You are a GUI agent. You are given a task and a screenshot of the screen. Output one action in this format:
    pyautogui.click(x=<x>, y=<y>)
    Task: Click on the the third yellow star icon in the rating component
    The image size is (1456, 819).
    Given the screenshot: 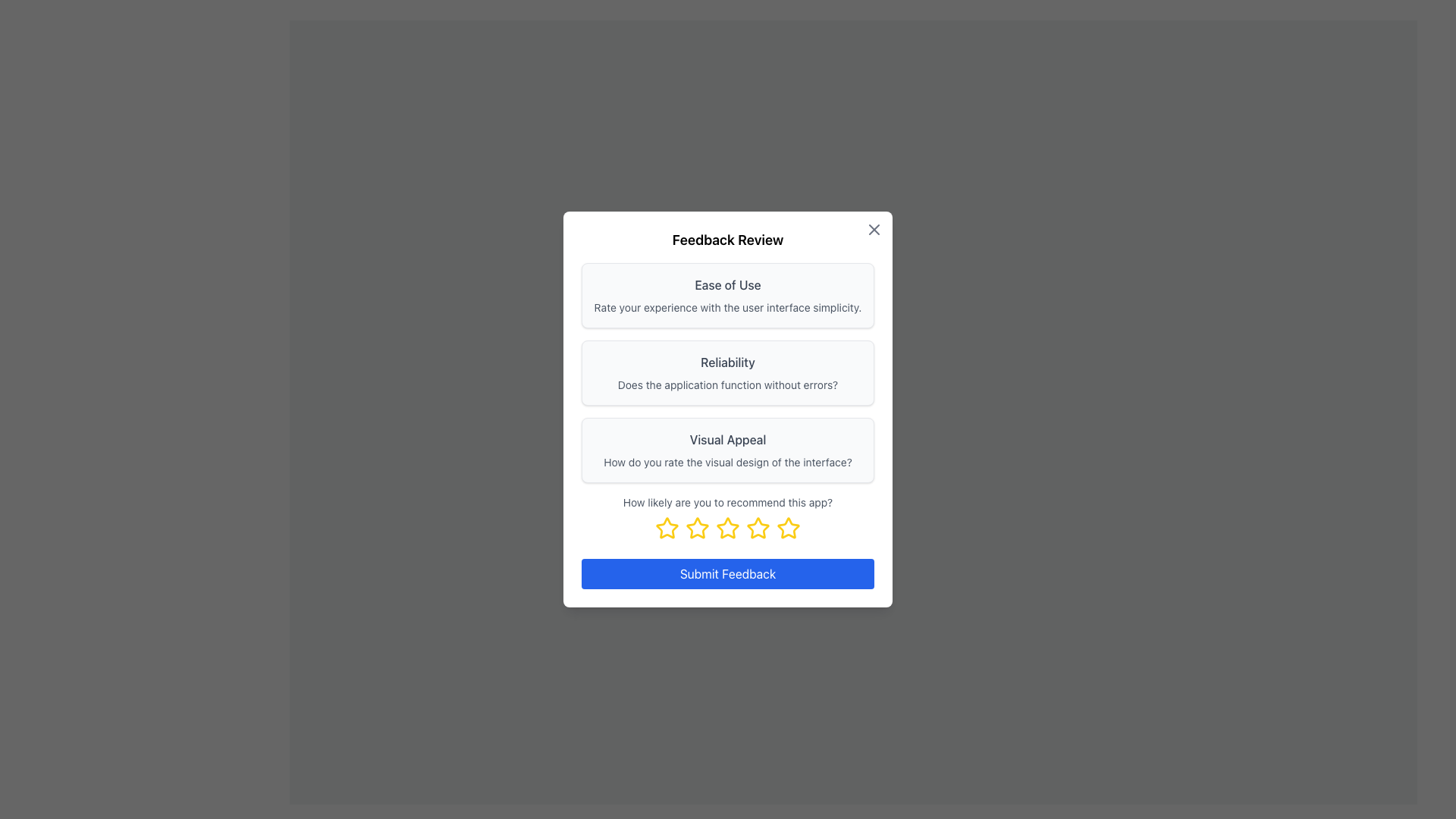 What is the action you would take?
    pyautogui.click(x=728, y=528)
    